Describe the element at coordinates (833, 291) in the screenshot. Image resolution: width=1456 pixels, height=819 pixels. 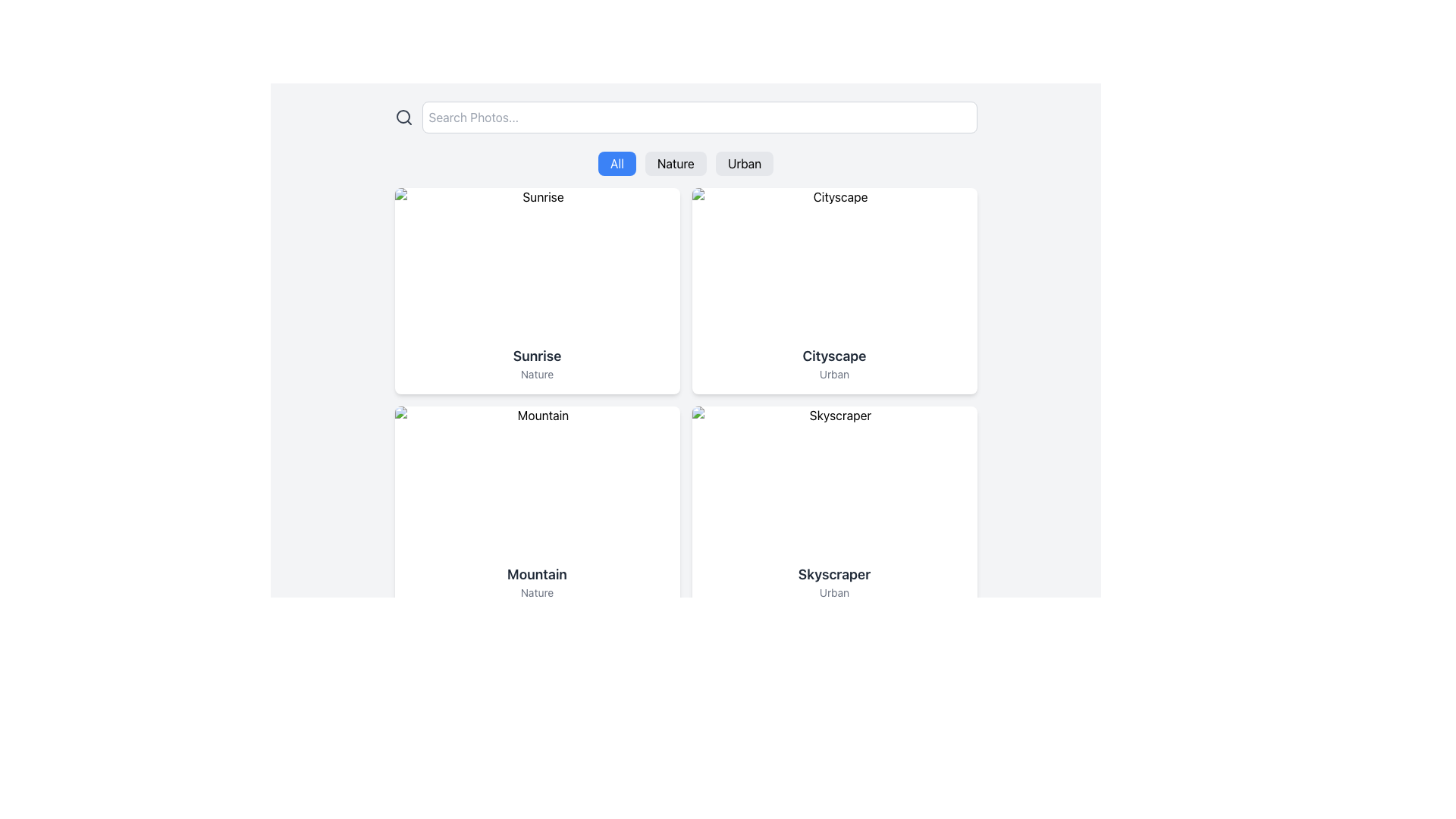
I see `the card labeled 'Cityscape'` at that location.